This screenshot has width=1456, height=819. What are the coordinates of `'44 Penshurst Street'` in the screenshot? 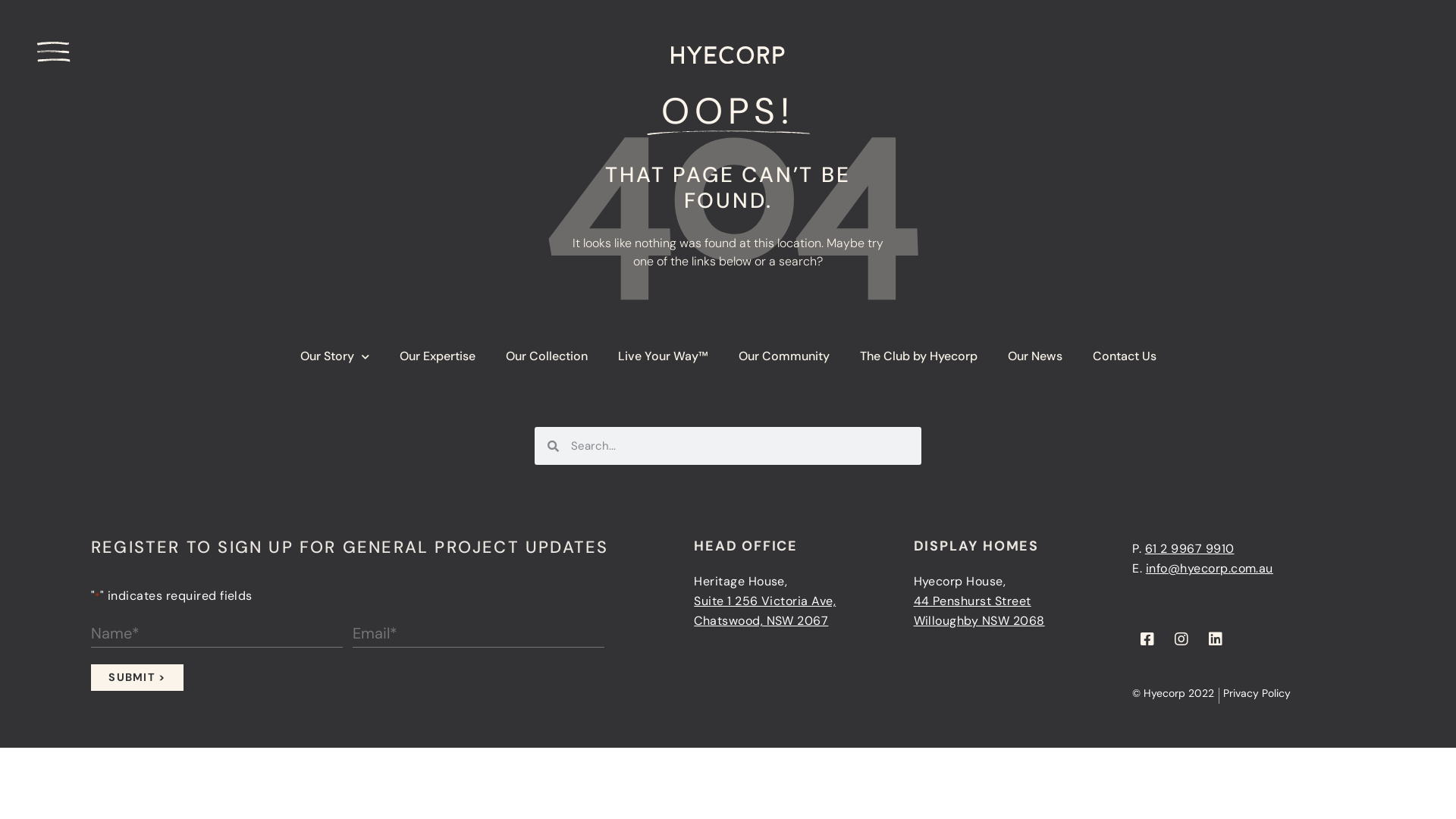 It's located at (912, 600).